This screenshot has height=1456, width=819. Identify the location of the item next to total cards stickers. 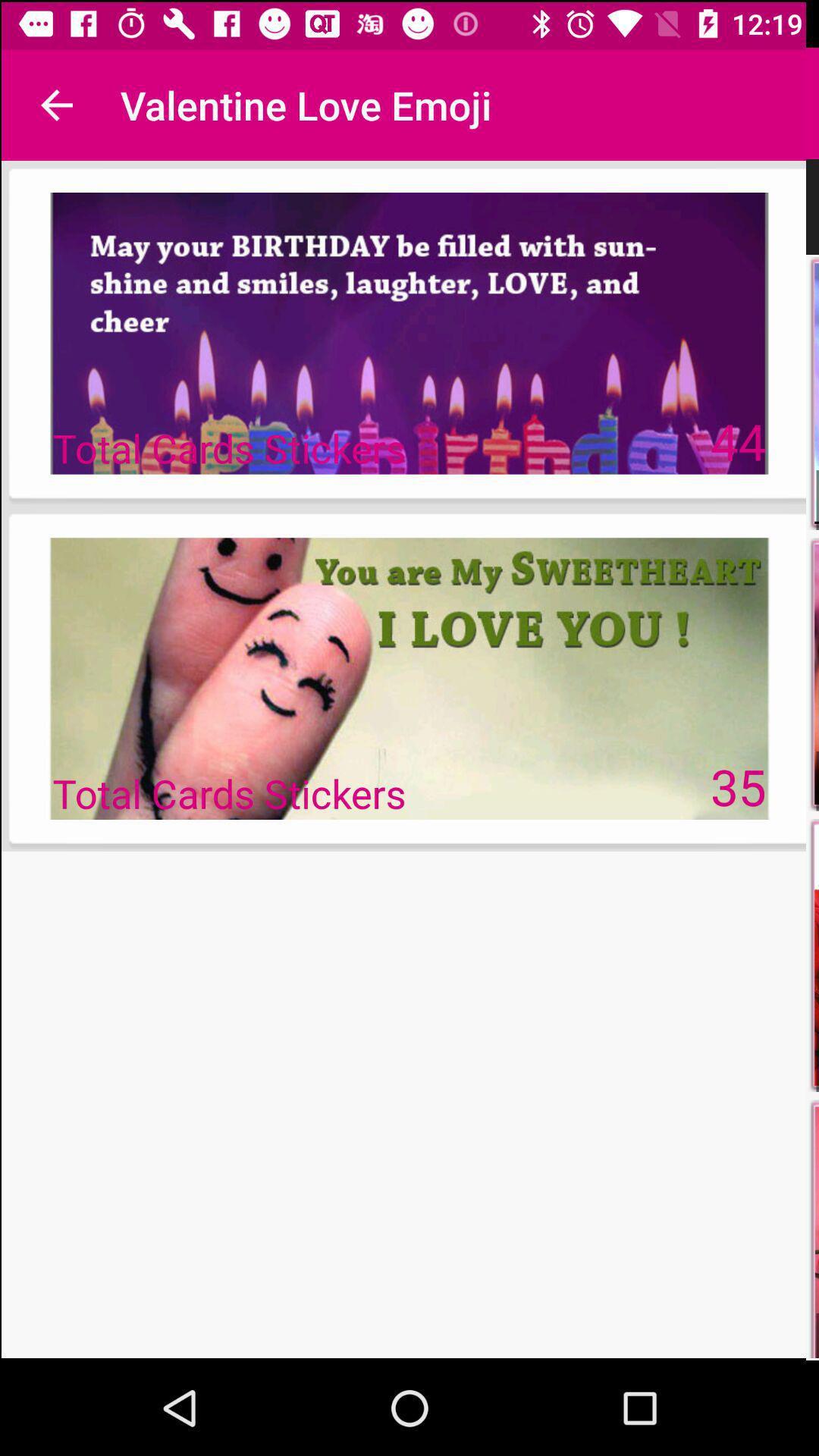
(739, 786).